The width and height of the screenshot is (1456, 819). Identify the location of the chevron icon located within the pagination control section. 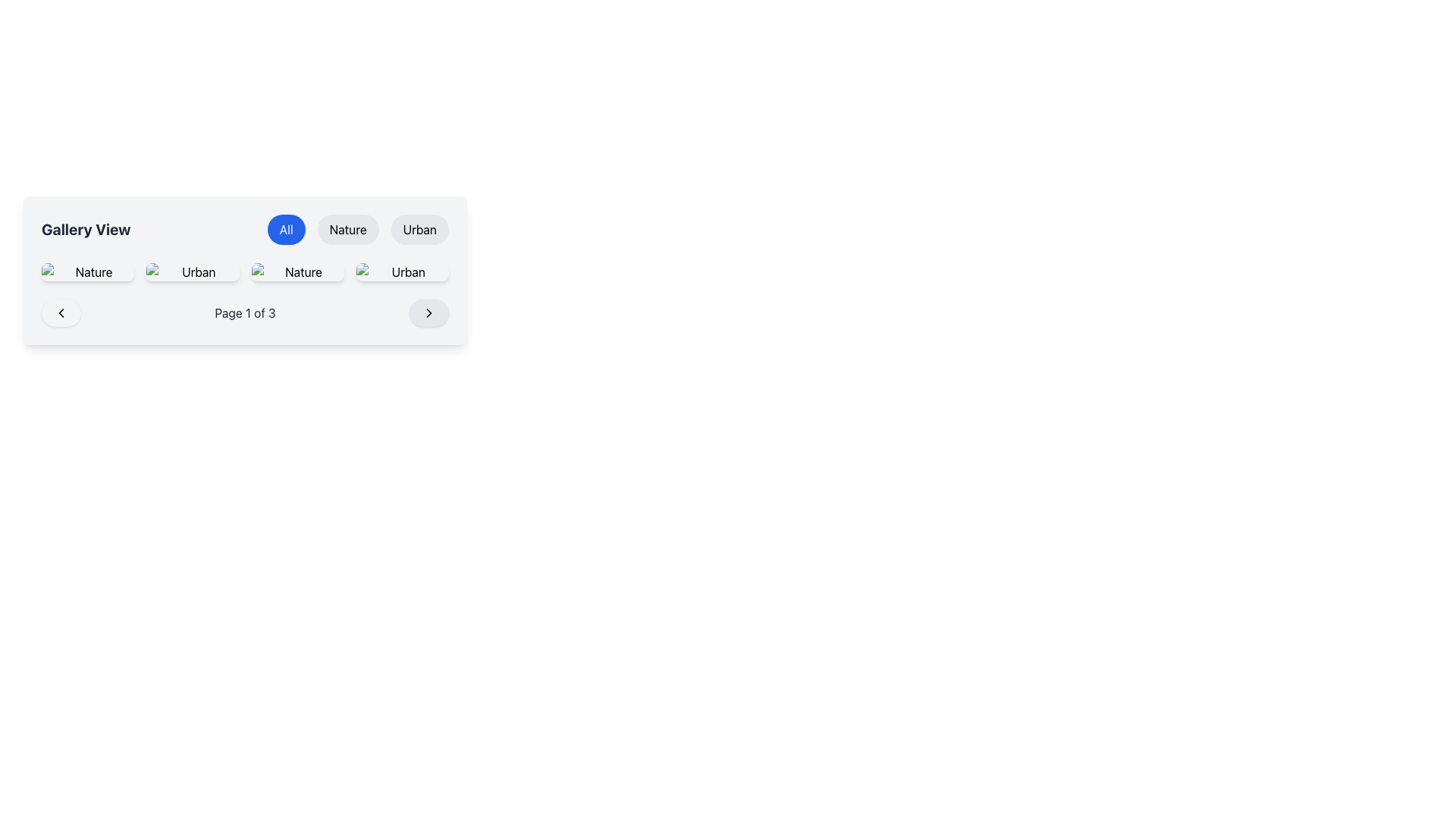
(428, 312).